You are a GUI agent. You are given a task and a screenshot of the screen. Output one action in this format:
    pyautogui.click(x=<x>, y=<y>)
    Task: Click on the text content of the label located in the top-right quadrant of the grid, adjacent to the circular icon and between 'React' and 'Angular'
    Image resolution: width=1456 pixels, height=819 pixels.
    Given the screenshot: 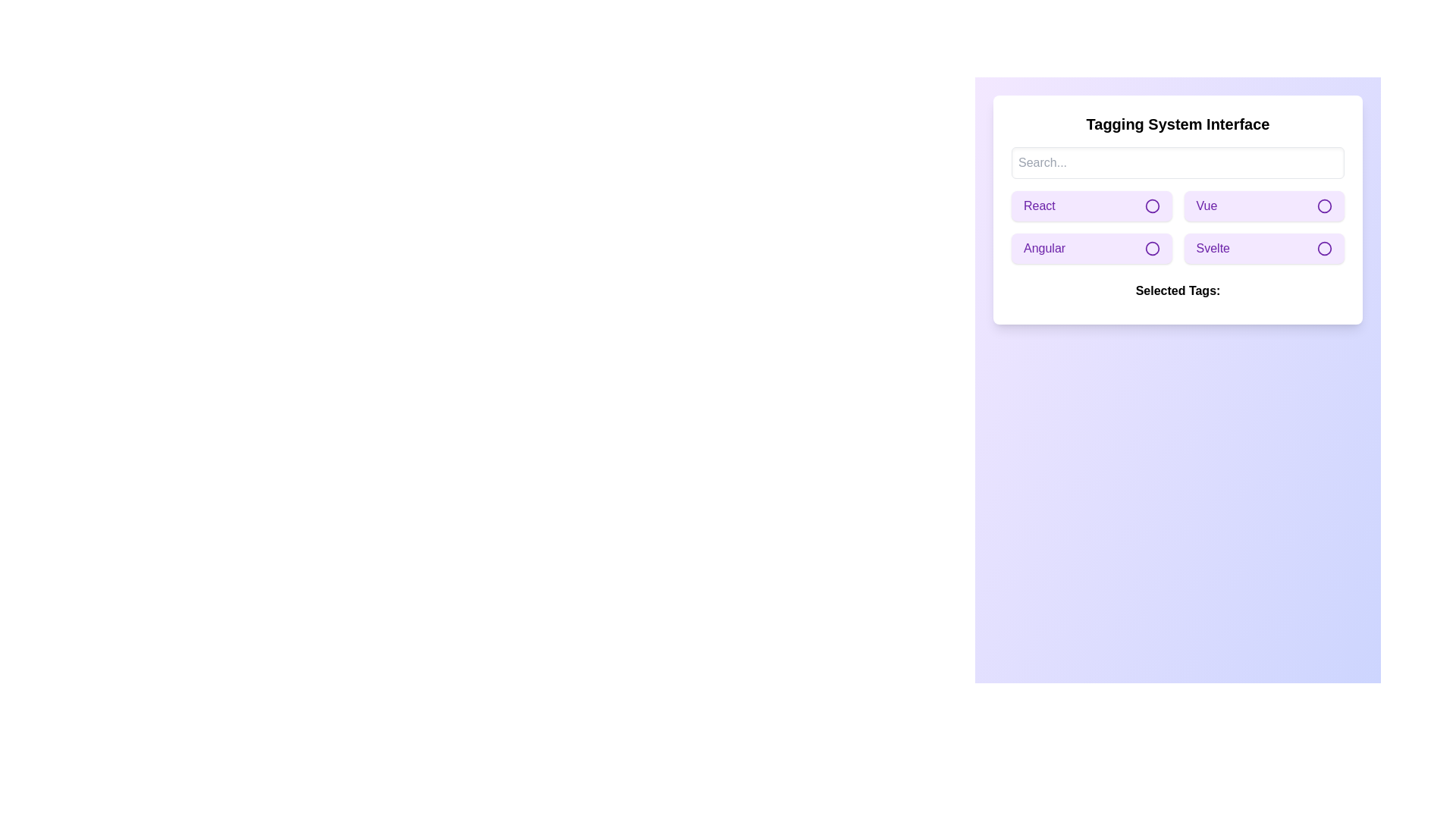 What is the action you would take?
    pyautogui.click(x=1206, y=206)
    